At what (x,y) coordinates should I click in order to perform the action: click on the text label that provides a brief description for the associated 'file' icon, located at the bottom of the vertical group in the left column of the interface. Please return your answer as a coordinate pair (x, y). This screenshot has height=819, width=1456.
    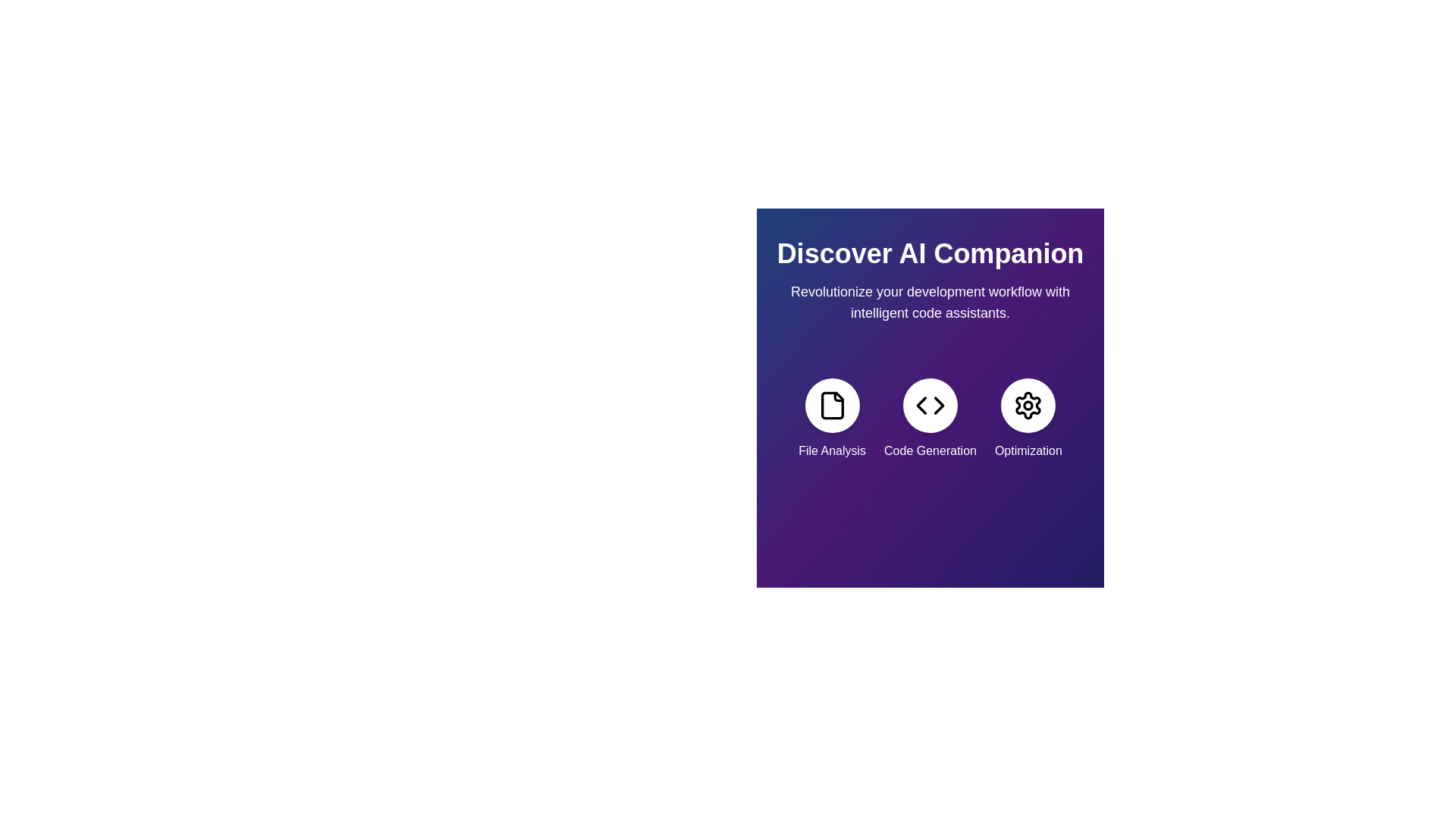
    Looking at the image, I should click on (831, 450).